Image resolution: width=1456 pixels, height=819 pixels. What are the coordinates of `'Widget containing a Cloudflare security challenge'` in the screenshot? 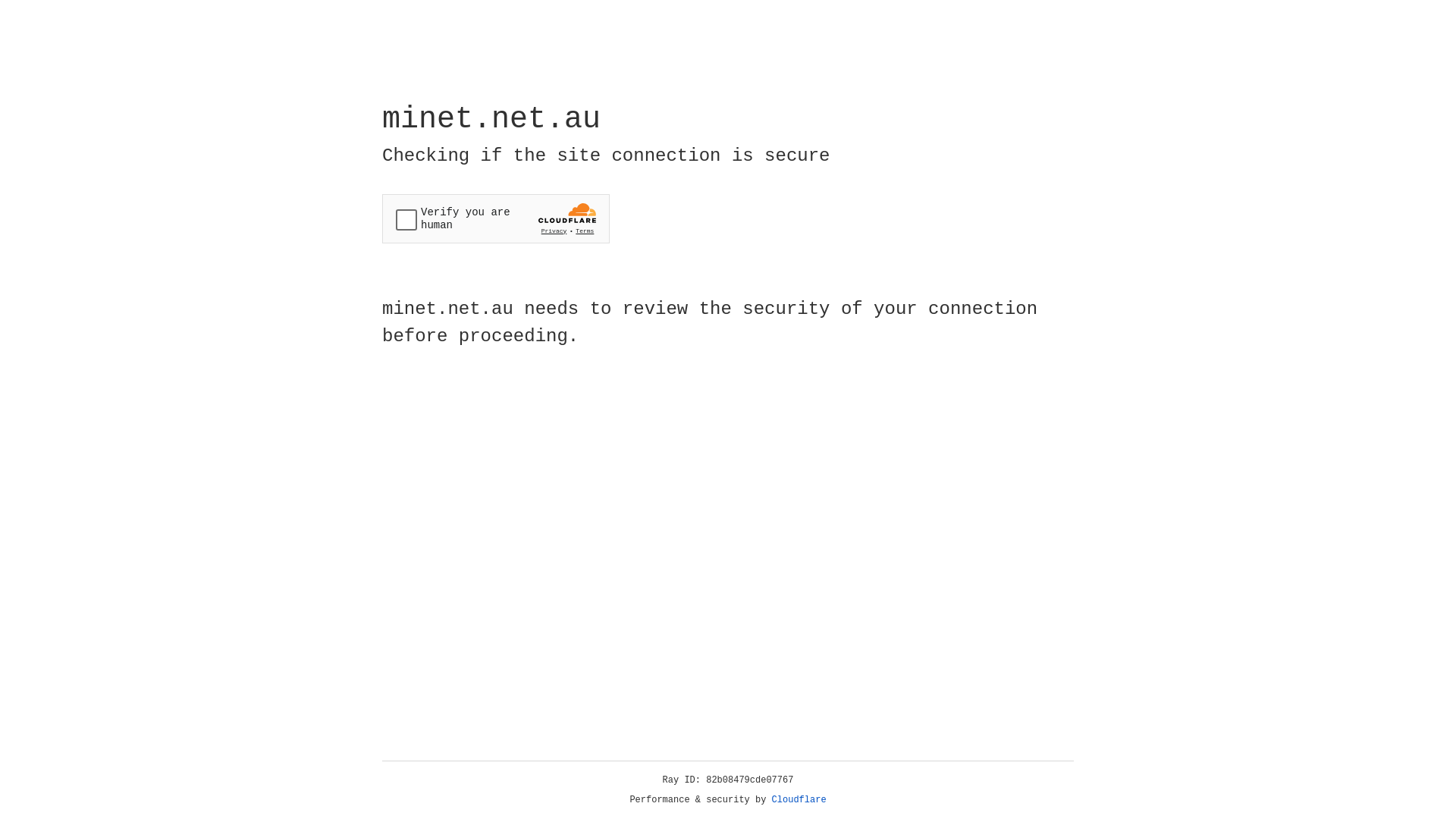 It's located at (495, 218).